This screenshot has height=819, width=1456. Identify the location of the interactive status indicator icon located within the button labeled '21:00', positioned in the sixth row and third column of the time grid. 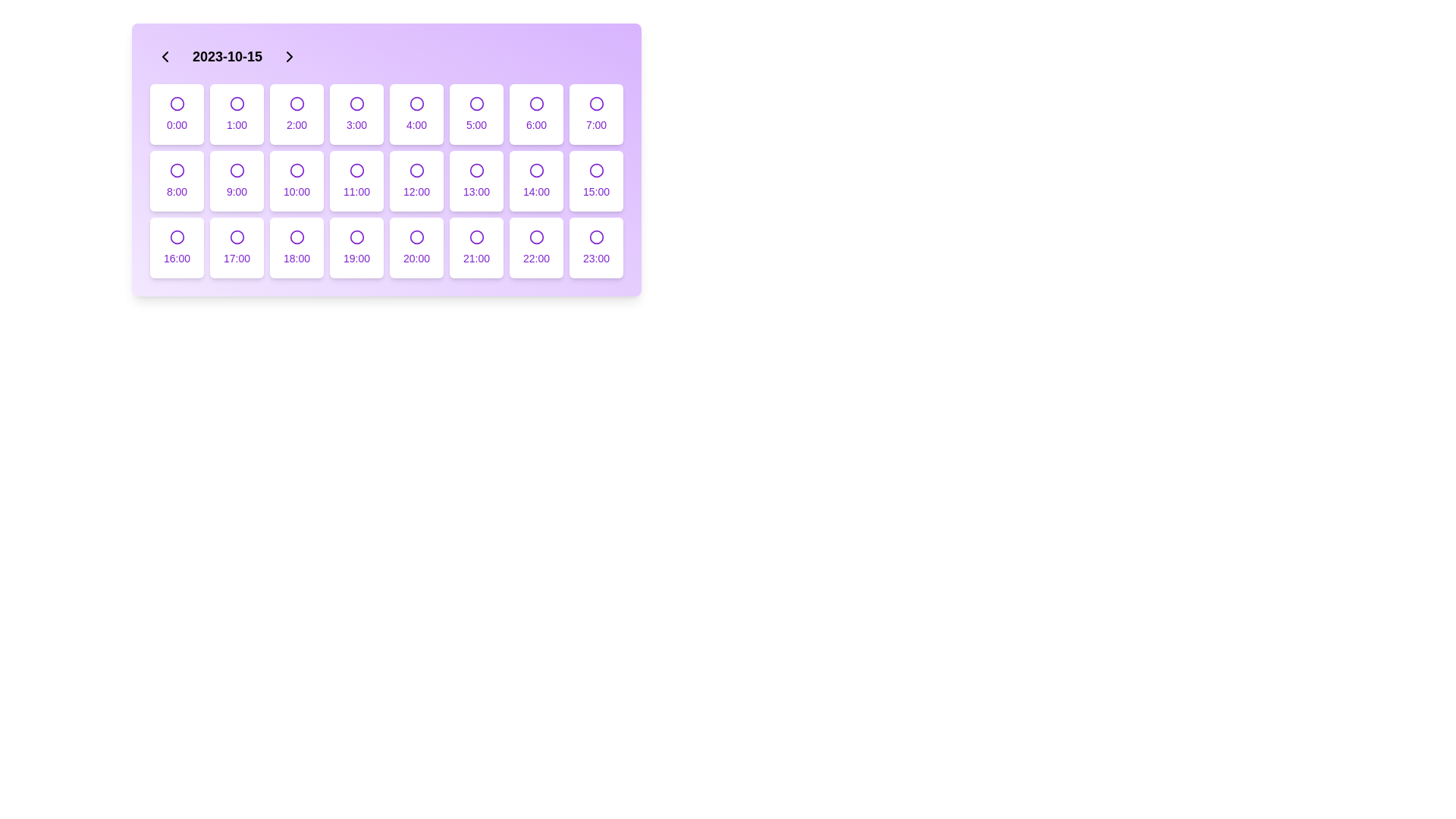
(475, 237).